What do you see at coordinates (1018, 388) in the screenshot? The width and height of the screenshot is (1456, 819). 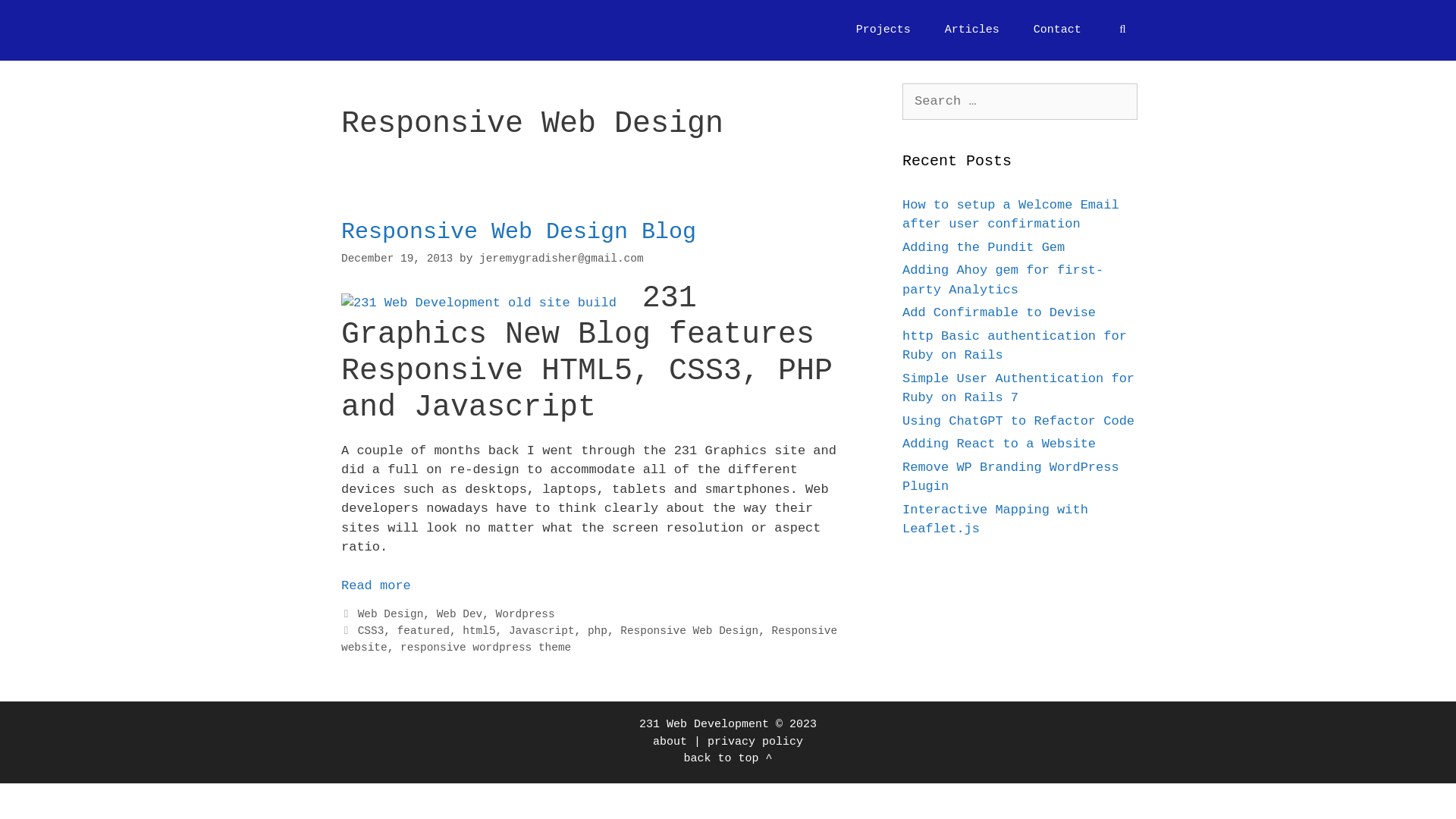 I see `'Simple User Authentication for Ruby on Rails 7'` at bounding box center [1018, 388].